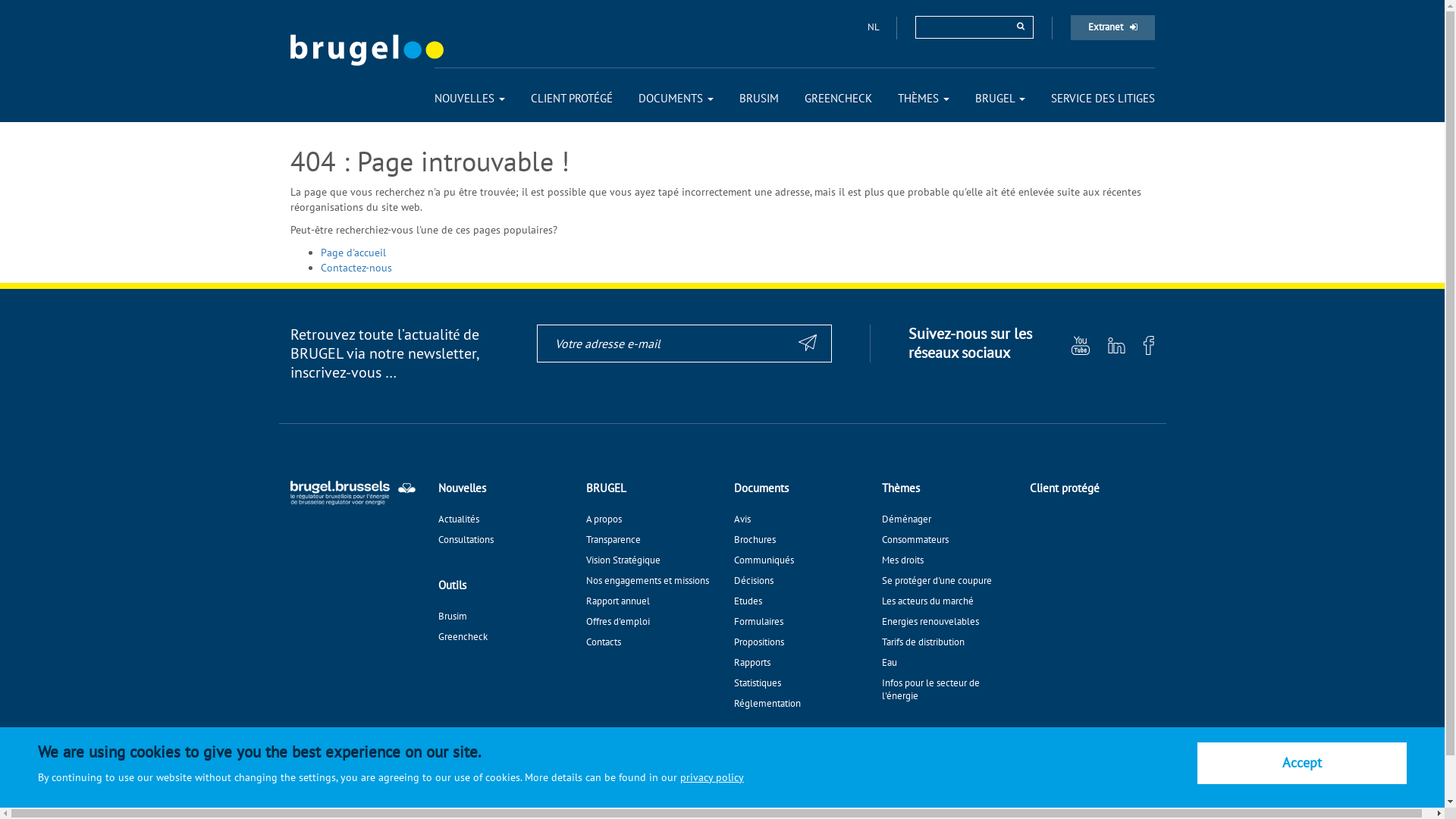 This screenshot has width=1456, height=819. Describe the element at coordinates (734, 682) in the screenshot. I see `'Statistiques'` at that location.